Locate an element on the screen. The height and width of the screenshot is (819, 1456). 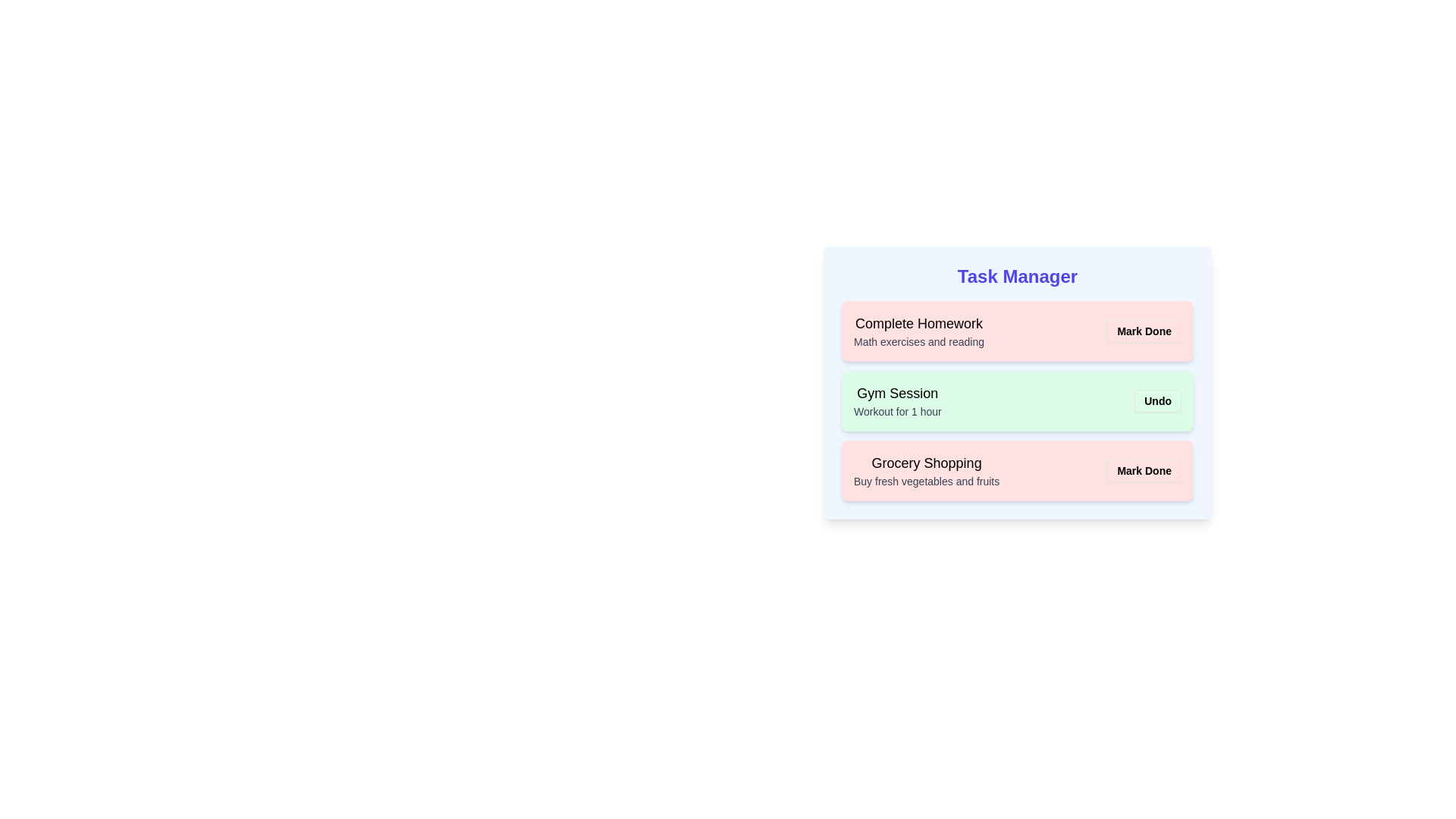
the task title Complete Homework in the task list is located at coordinates (918, 323).